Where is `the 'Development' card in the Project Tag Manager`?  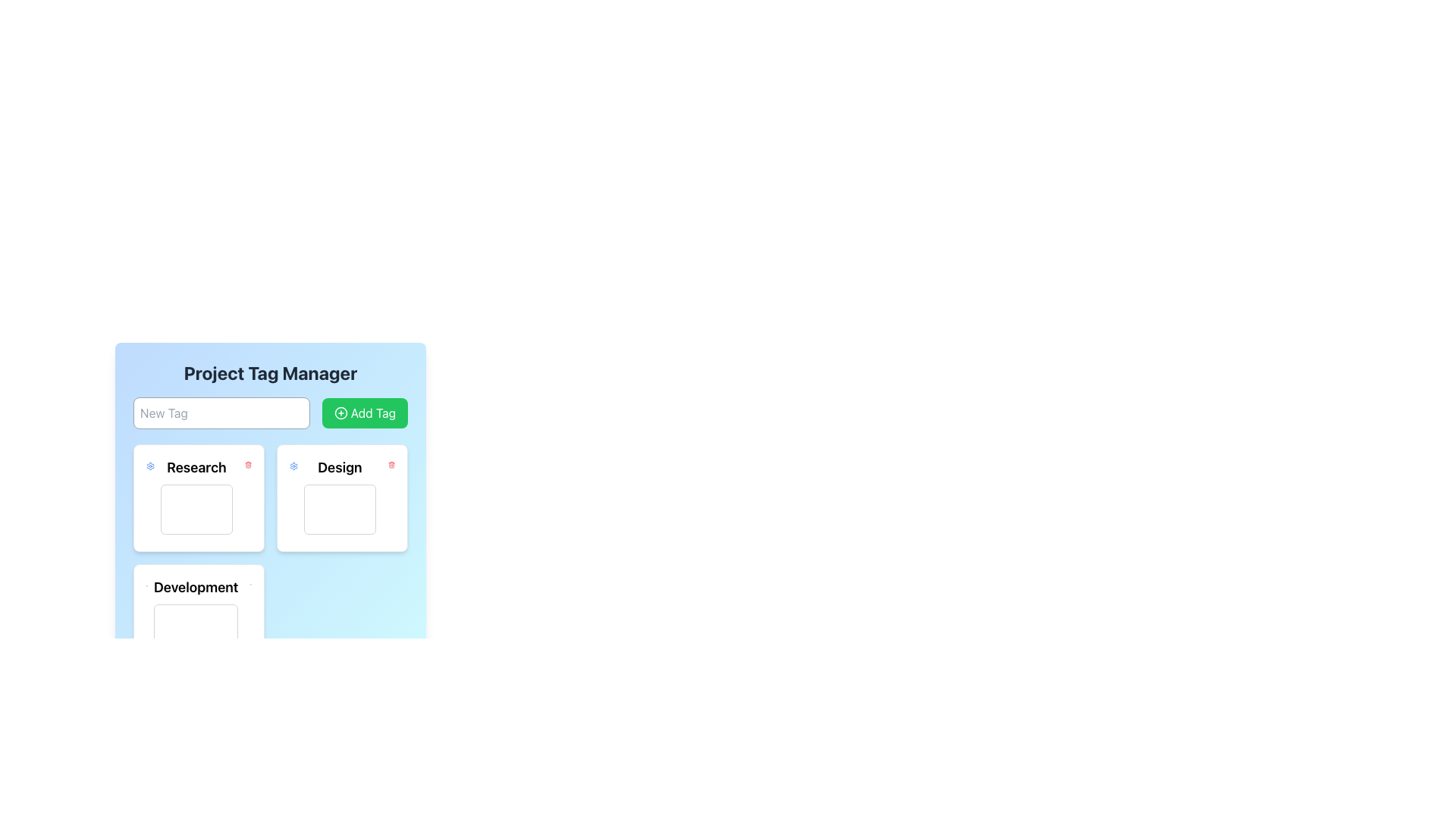 the 'Development' card in the Project Tag Manager is located at coordinates (198, 617).